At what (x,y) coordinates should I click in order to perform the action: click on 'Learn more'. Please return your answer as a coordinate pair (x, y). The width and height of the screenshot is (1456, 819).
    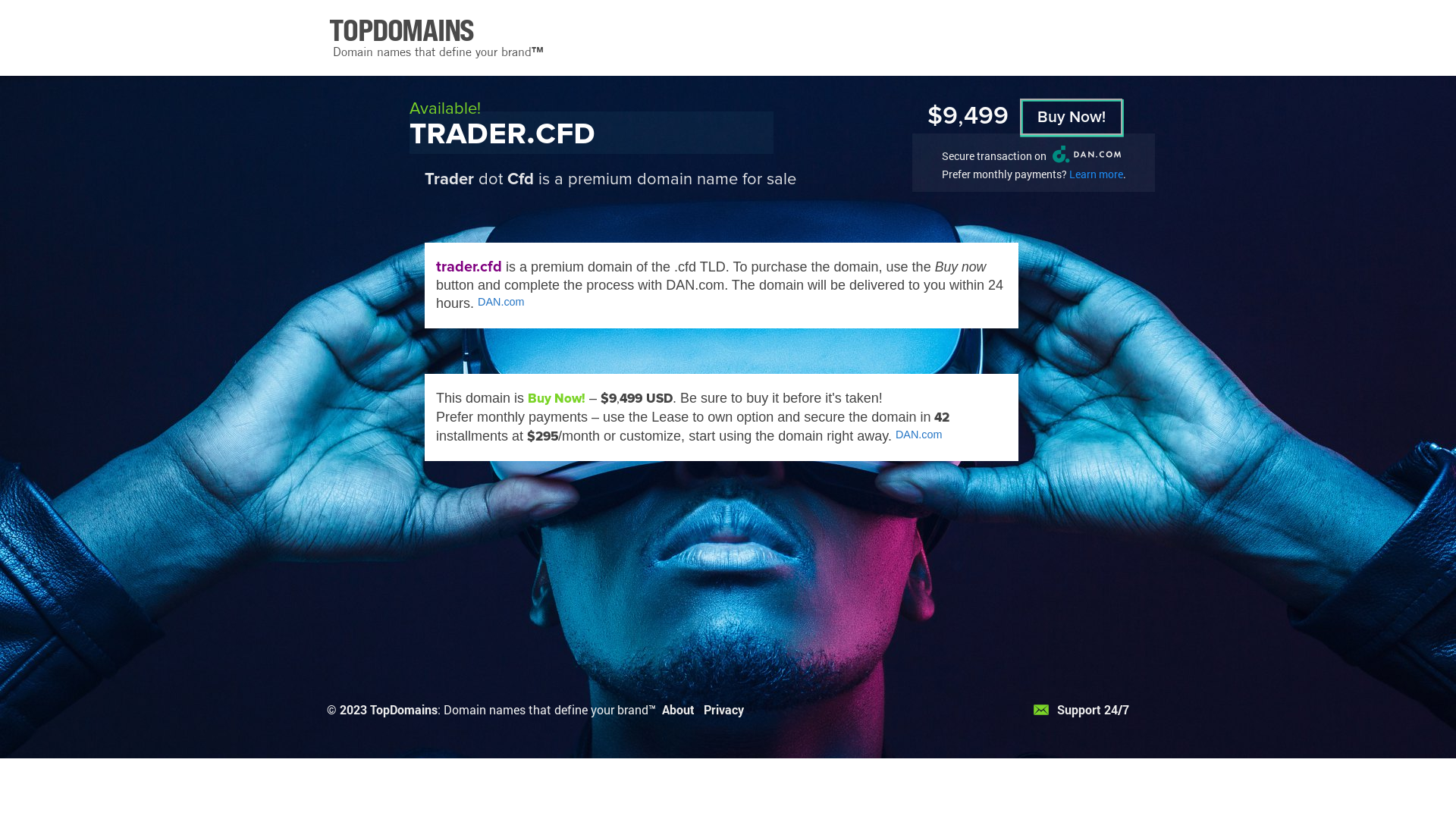
    Looking at the image, I should click on (1068, 173).